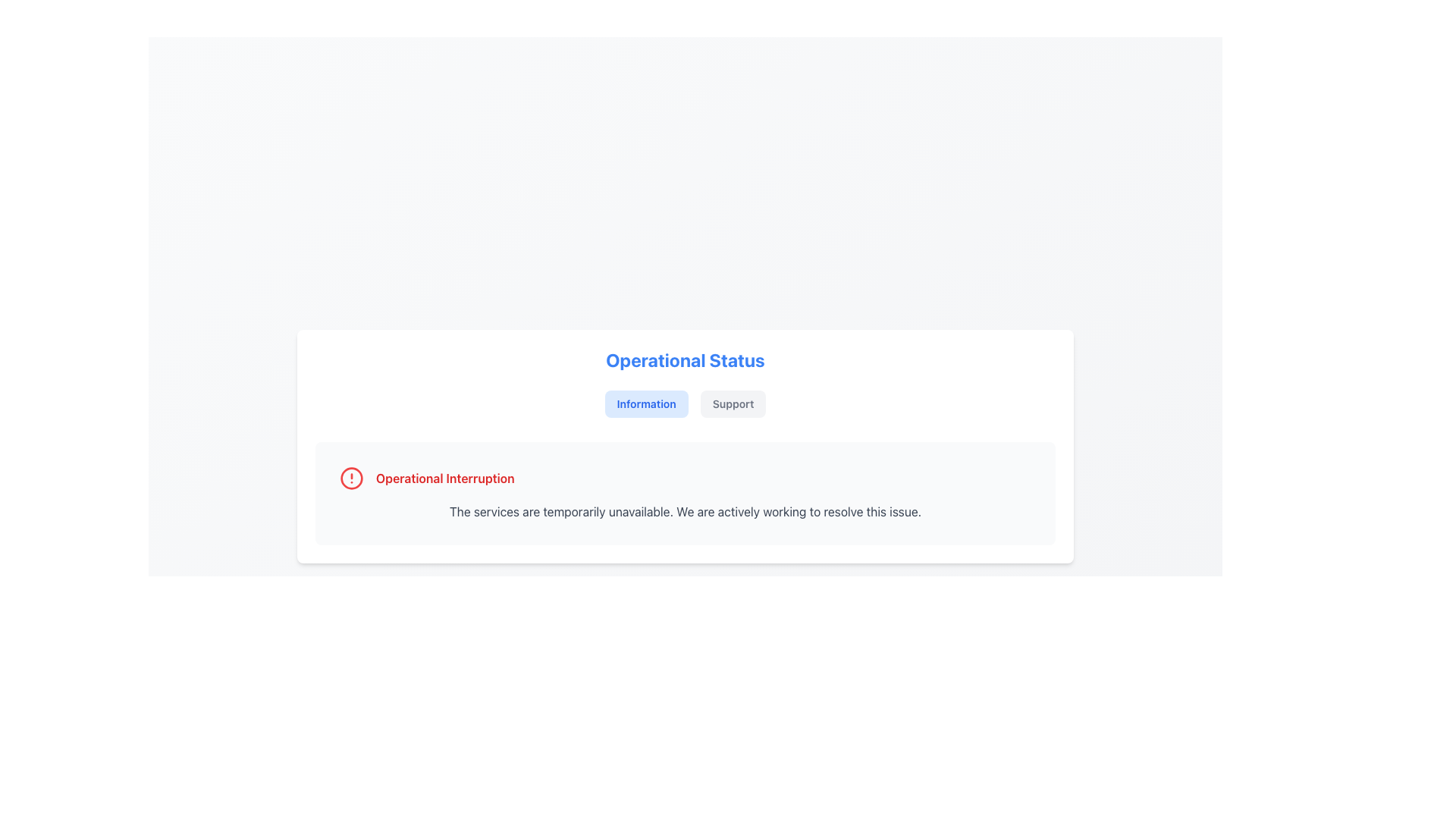 The height and width of the screenshot is (819, 1456). I want to click on the 'Support' button, which is a rectangular button with rounded corners, light gray background, and medium gray centered bold text, so click(733, 403).